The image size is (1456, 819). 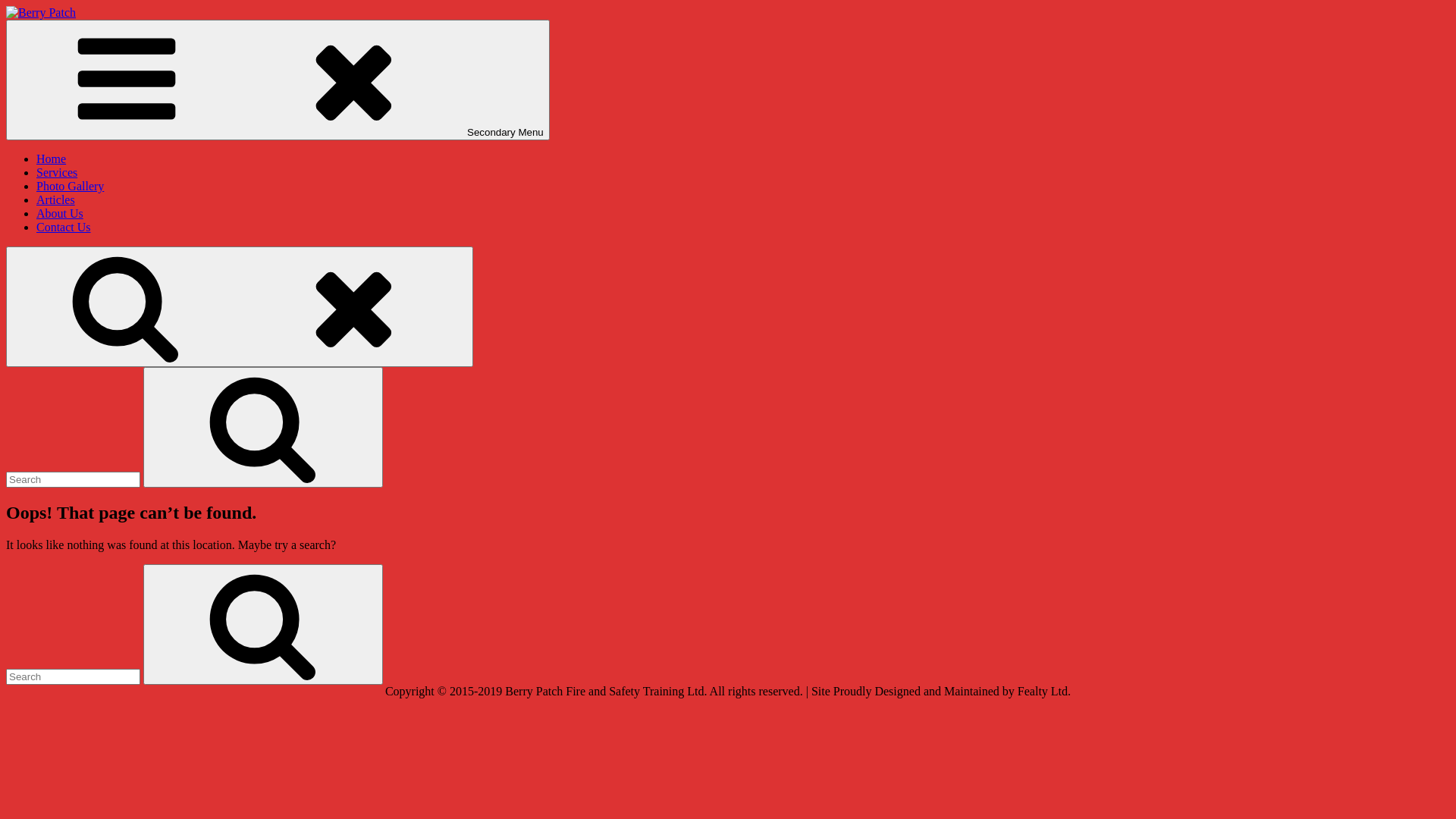 I want to click on 'Berry Patch', so click(x=35, y=37).